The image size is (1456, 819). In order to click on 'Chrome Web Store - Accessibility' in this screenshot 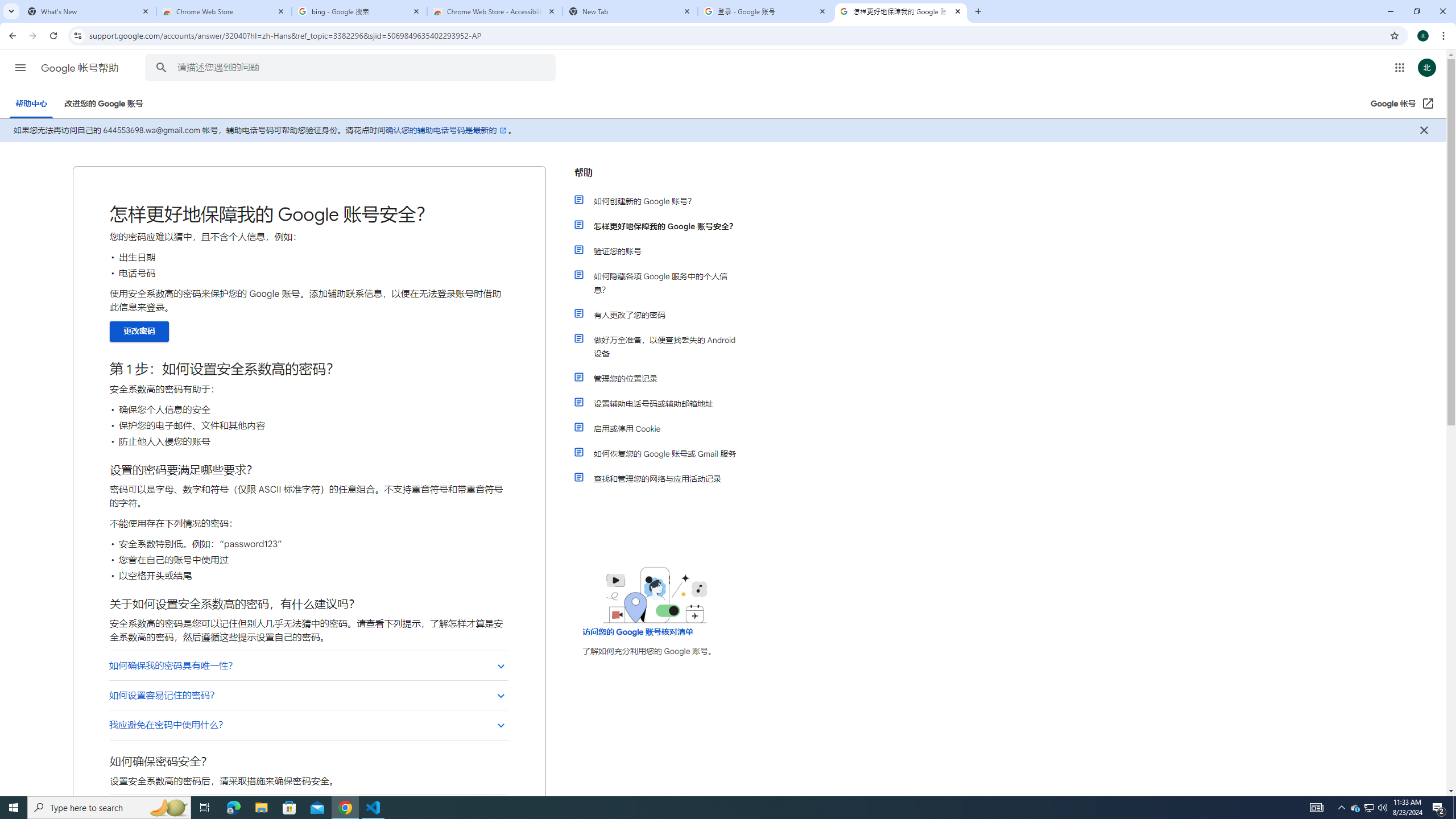, I will do `click(494, 11)`.